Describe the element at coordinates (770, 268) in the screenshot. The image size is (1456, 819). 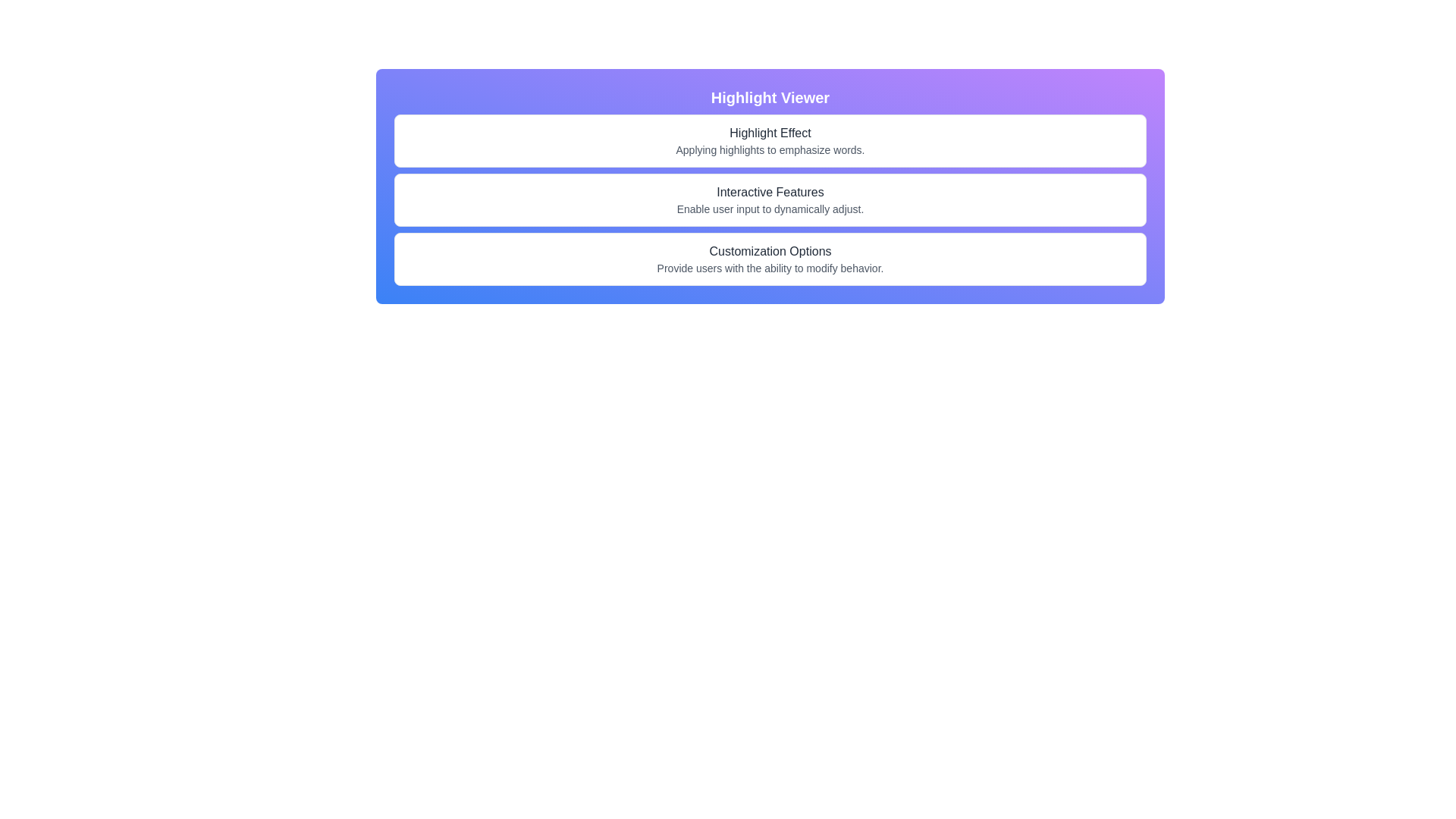
I see `the text element that reads 'Provide users with the ability to modify behavior.' which is styled in a smaller gray font and located directly beneath 'Customization Options'` at that location.